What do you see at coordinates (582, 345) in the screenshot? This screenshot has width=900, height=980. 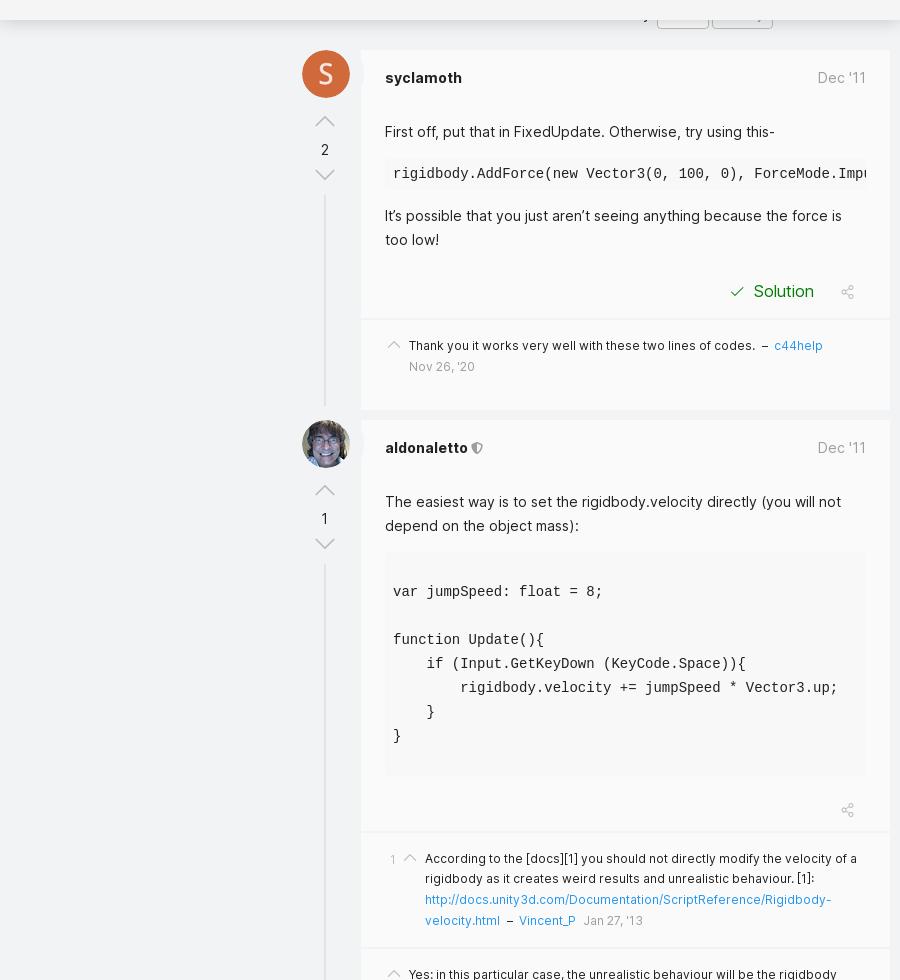 I see `'Thank you it works very well with these two lines of codes.'` at bounding box center [582, 345].